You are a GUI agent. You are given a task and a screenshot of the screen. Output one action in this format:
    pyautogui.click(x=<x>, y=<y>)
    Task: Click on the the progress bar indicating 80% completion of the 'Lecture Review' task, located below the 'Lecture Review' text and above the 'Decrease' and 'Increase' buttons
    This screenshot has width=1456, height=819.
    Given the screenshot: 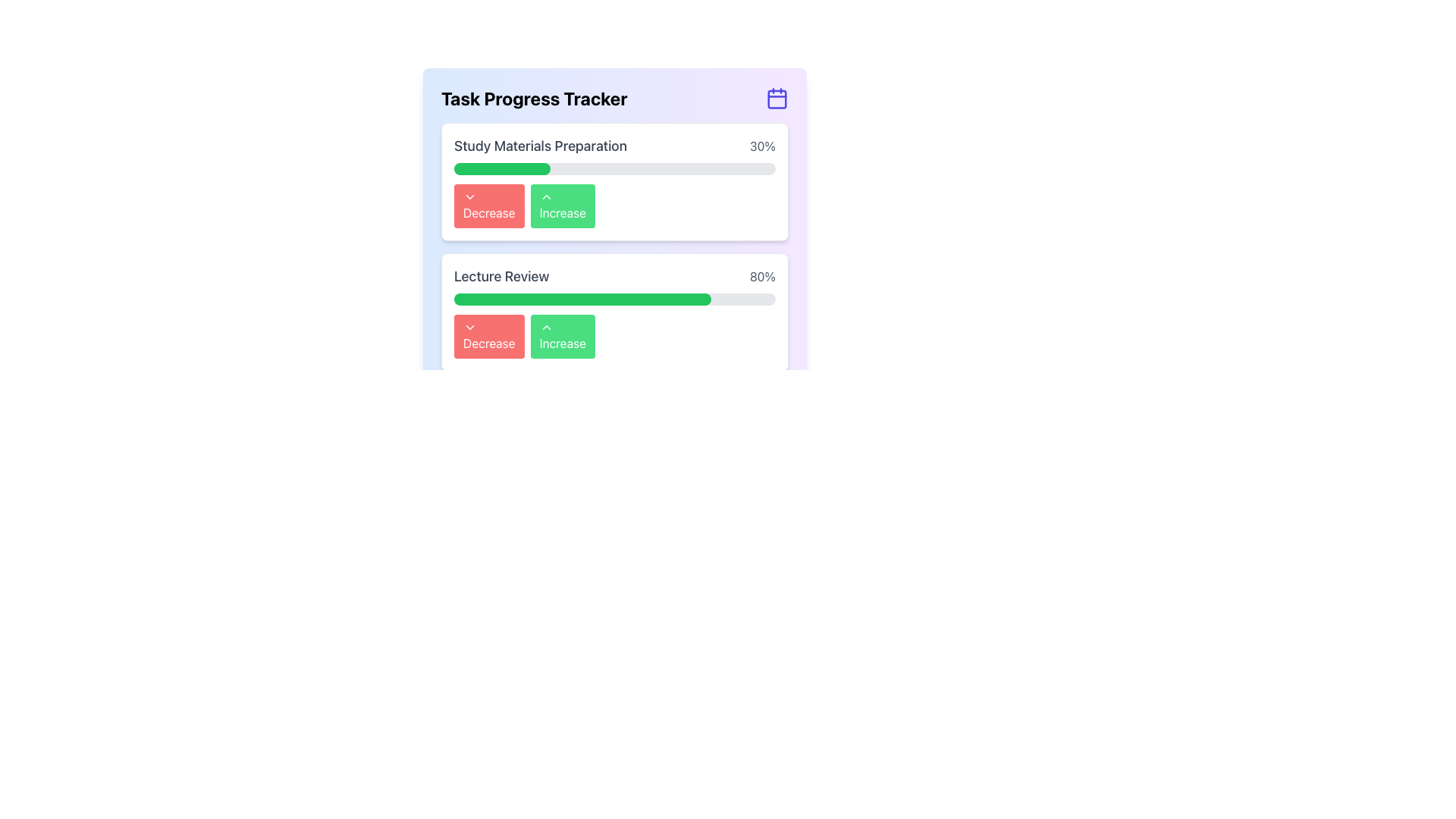 What is the action you would take?
    pyautogui.click(x=615, y=299)
    